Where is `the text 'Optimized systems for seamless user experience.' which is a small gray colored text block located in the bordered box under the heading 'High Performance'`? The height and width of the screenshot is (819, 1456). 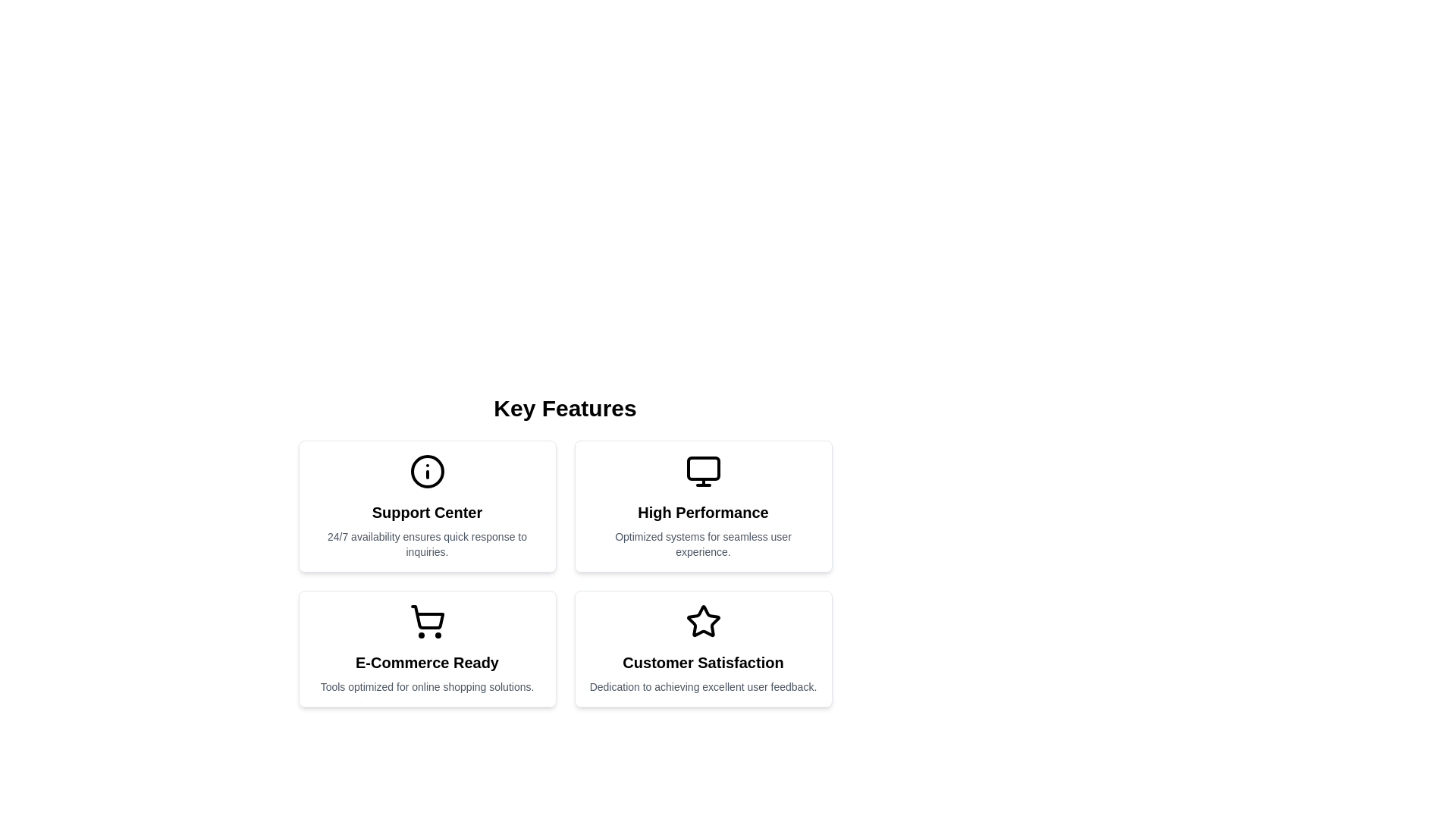 the text 'Optimized systems for seamless user experience.' which is a small gray colored text block located in the bordered box under the heading 'High Performance' is located at coordinates (702, 543).